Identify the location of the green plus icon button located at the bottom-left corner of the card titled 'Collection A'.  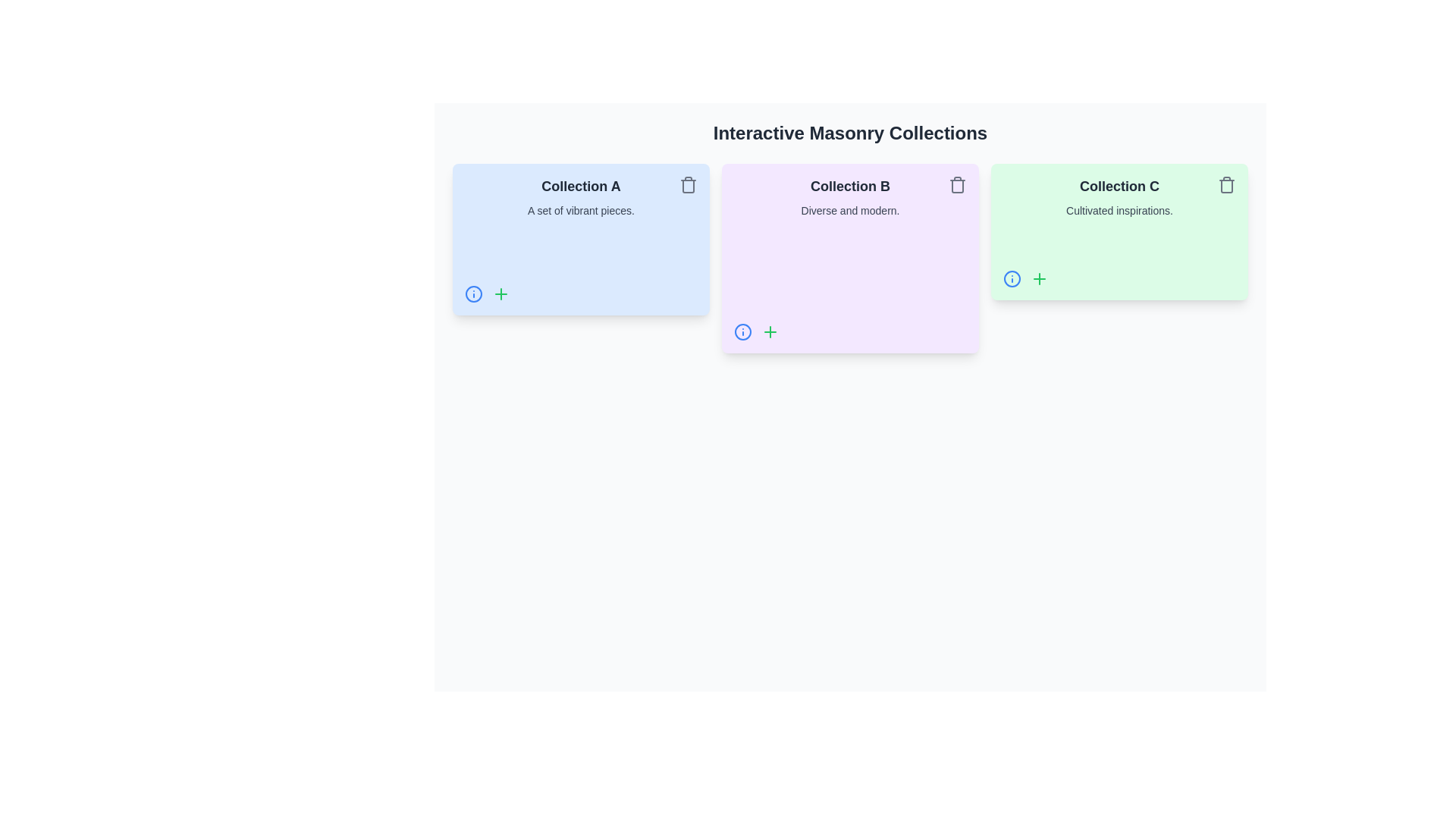
(501, 294).